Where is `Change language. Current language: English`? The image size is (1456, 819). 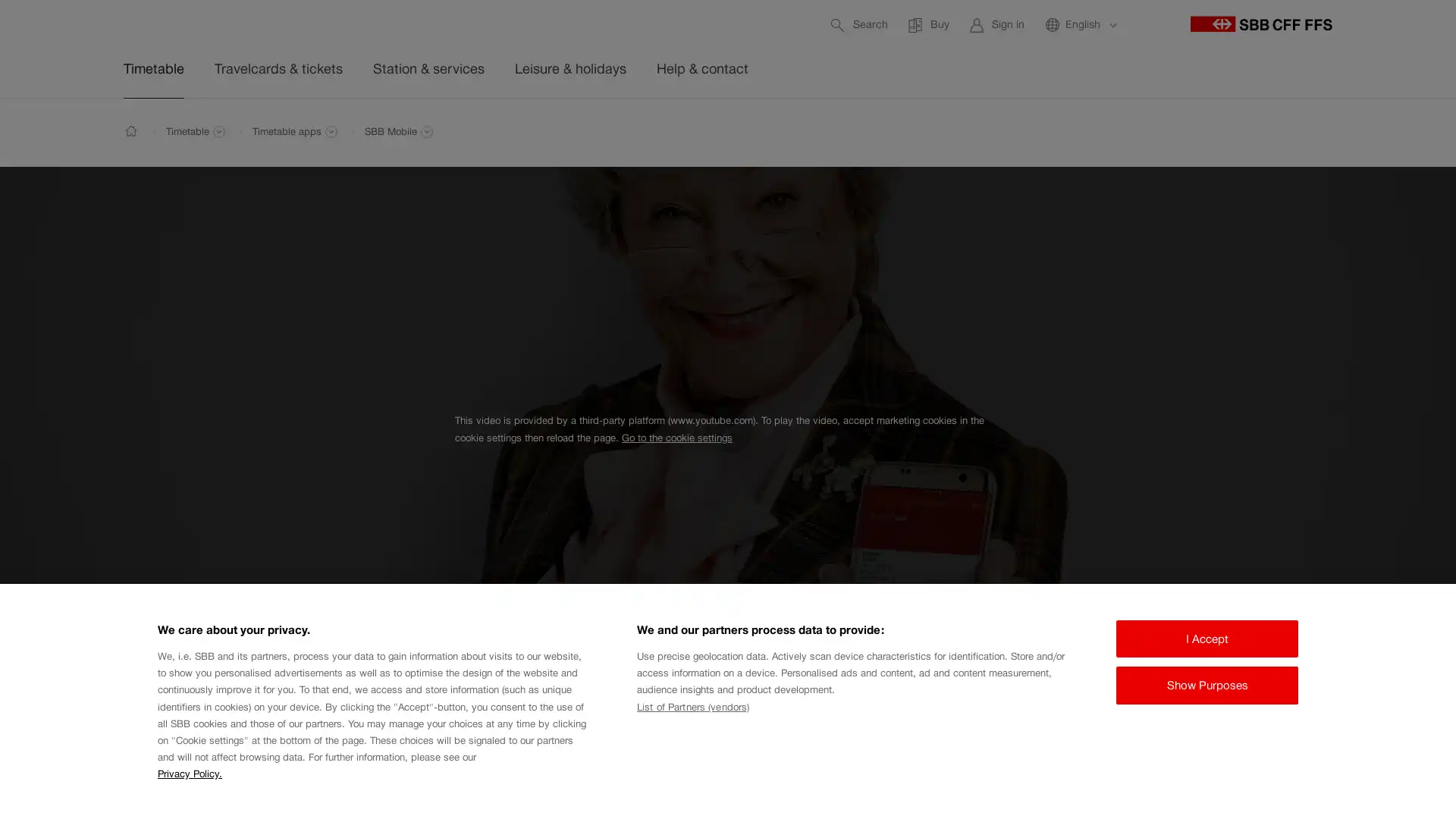
Change language. Current language: English is located at coordinates (1080, 24).